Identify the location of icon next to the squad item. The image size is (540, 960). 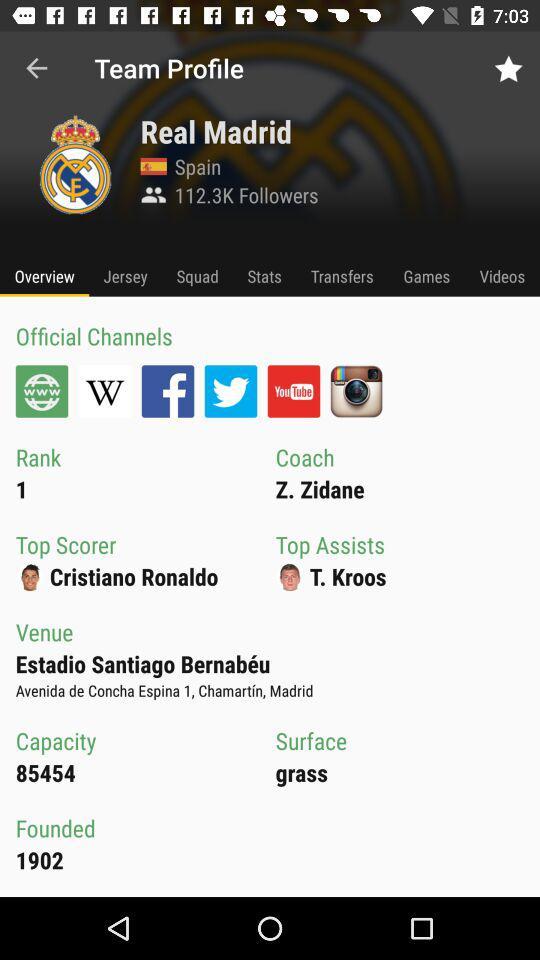
(264, 275).